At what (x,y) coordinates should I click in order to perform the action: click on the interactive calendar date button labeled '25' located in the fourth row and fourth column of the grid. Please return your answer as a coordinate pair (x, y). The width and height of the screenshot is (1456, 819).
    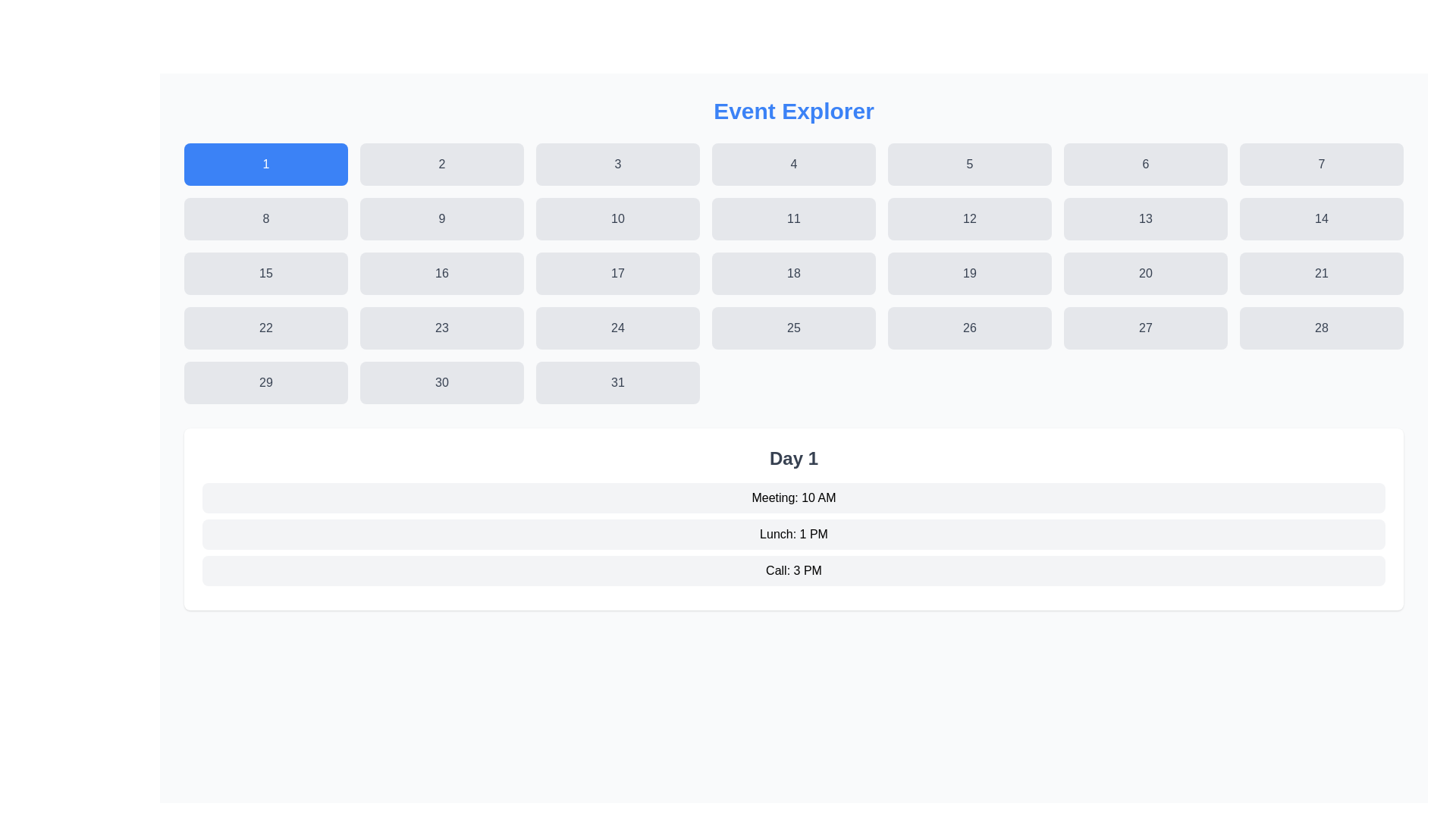
    Looking at the image, I should click on (792, 327).